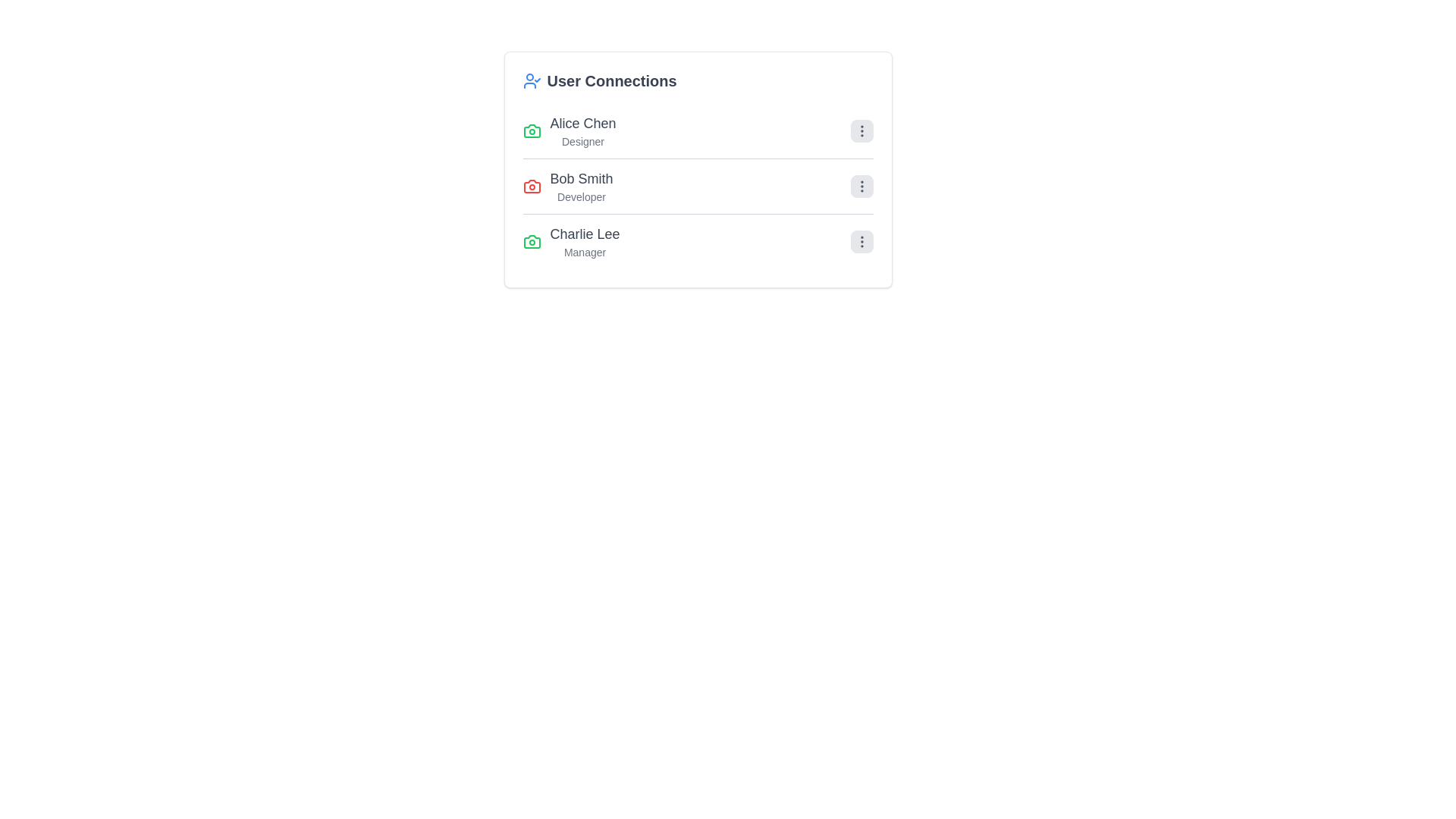 The height and width of the screenshot is (819, 1456). I want to click on the bold text element reading 'User Connections' which is centrally placed at the top of a card structure, to the right of a user-check icon, so click(612, 81).